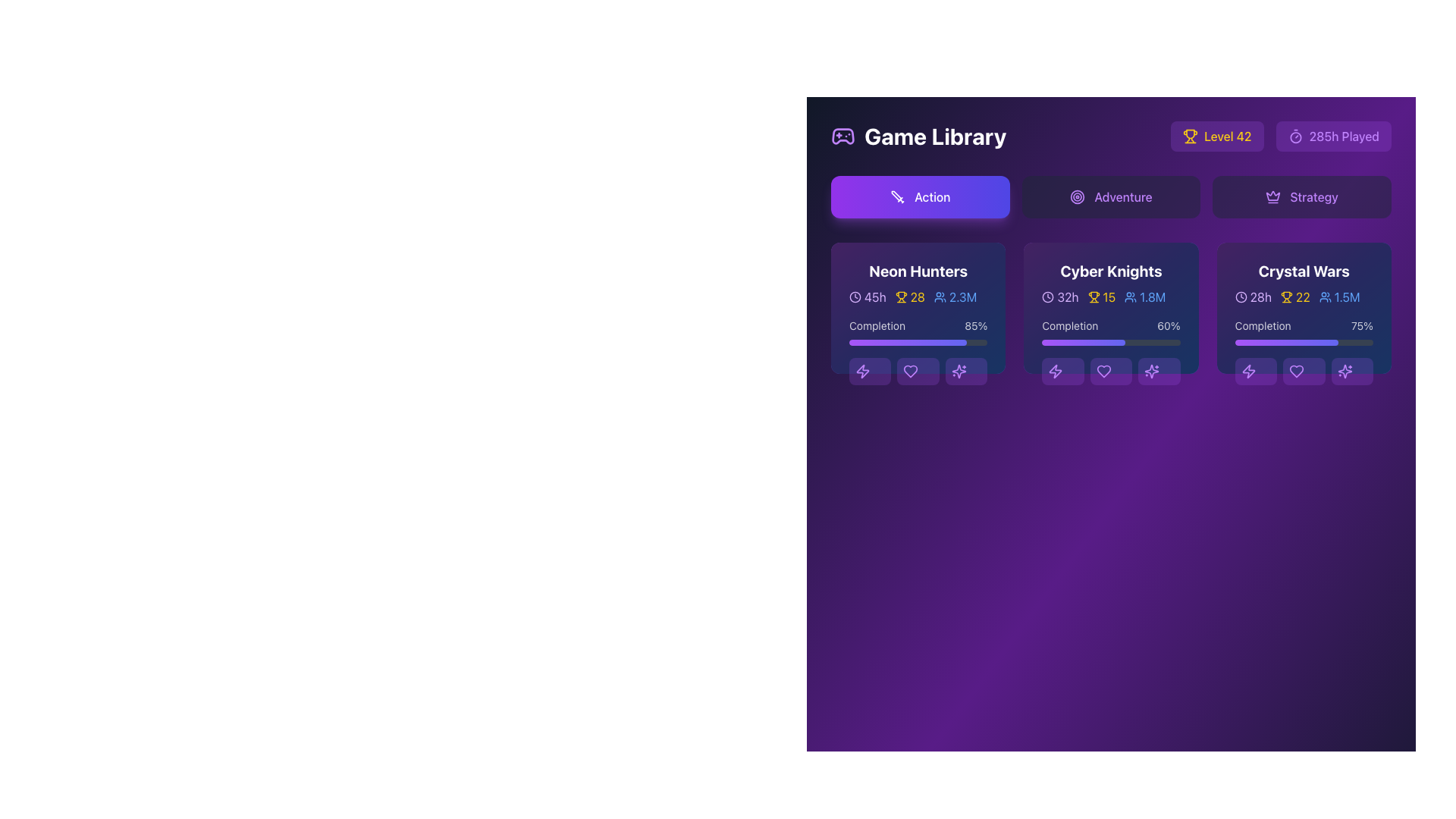 Image resolution: width=1456 pixels, height=819 pixels. I want to click on the second star-like decorative graphical icon located at the bottom-right corner of the 'Cyber Knights' card to enhance visual appeal, so click(1152, 371).